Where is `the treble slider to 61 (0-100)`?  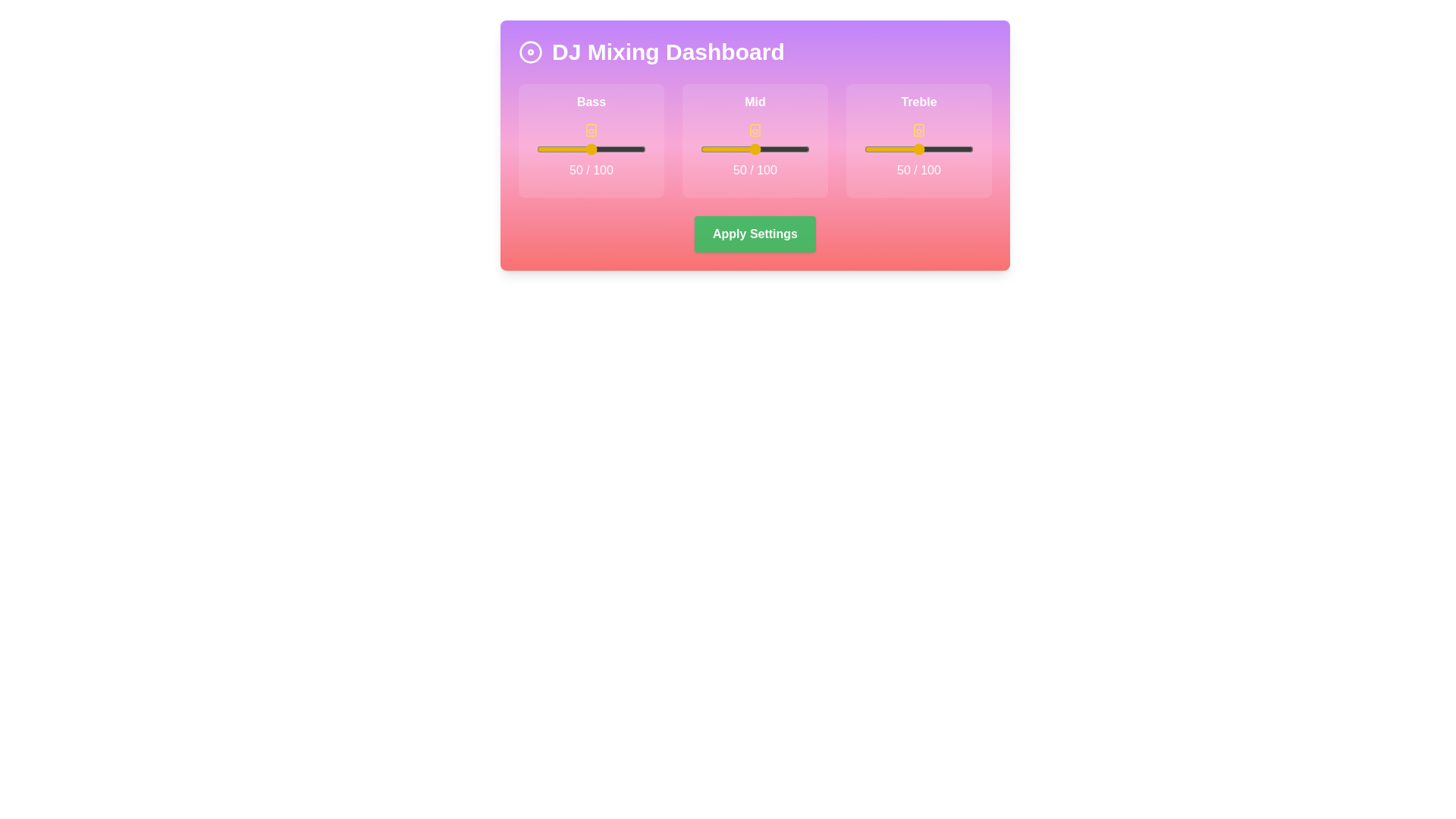
the treble slider to 61 (0-100) is located at coordinates (930, 149).